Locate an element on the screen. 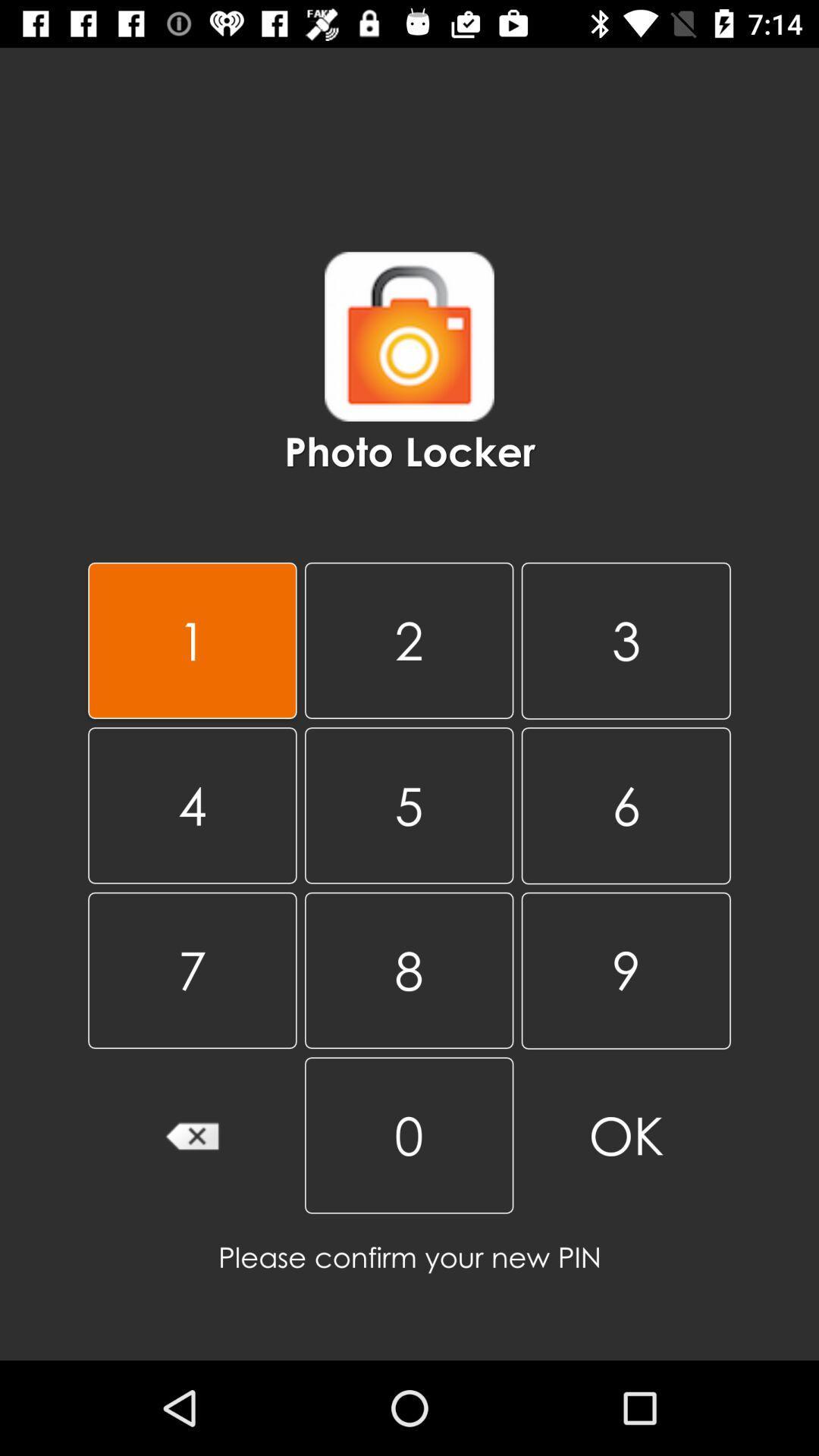 Image resolution: width=819 pixels, height=1456 pixels. delete the entered input is located at coordinates (191, 1135).